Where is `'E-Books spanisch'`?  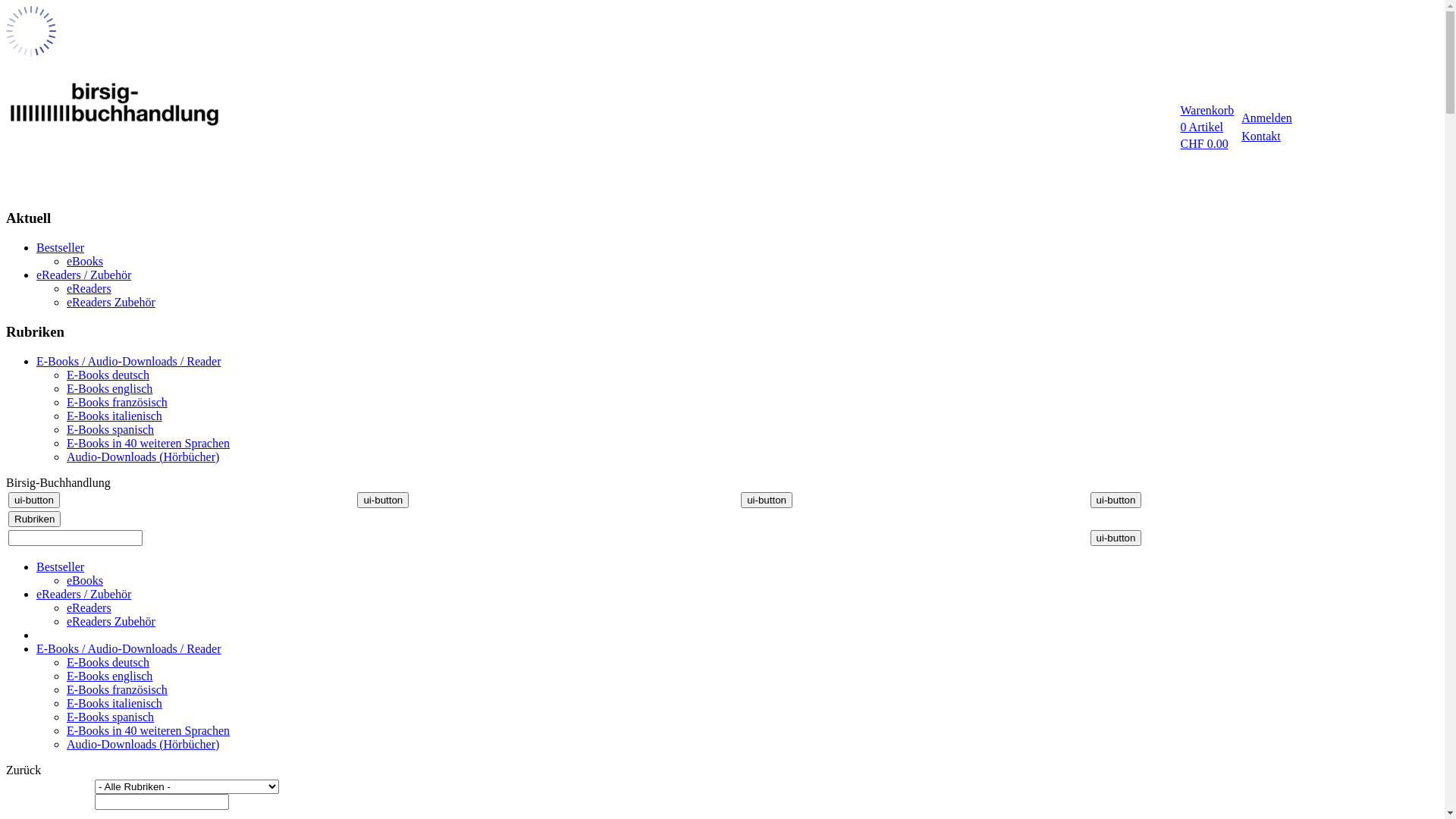
'E-Books spanisch' is located at coordinates (109, 717).